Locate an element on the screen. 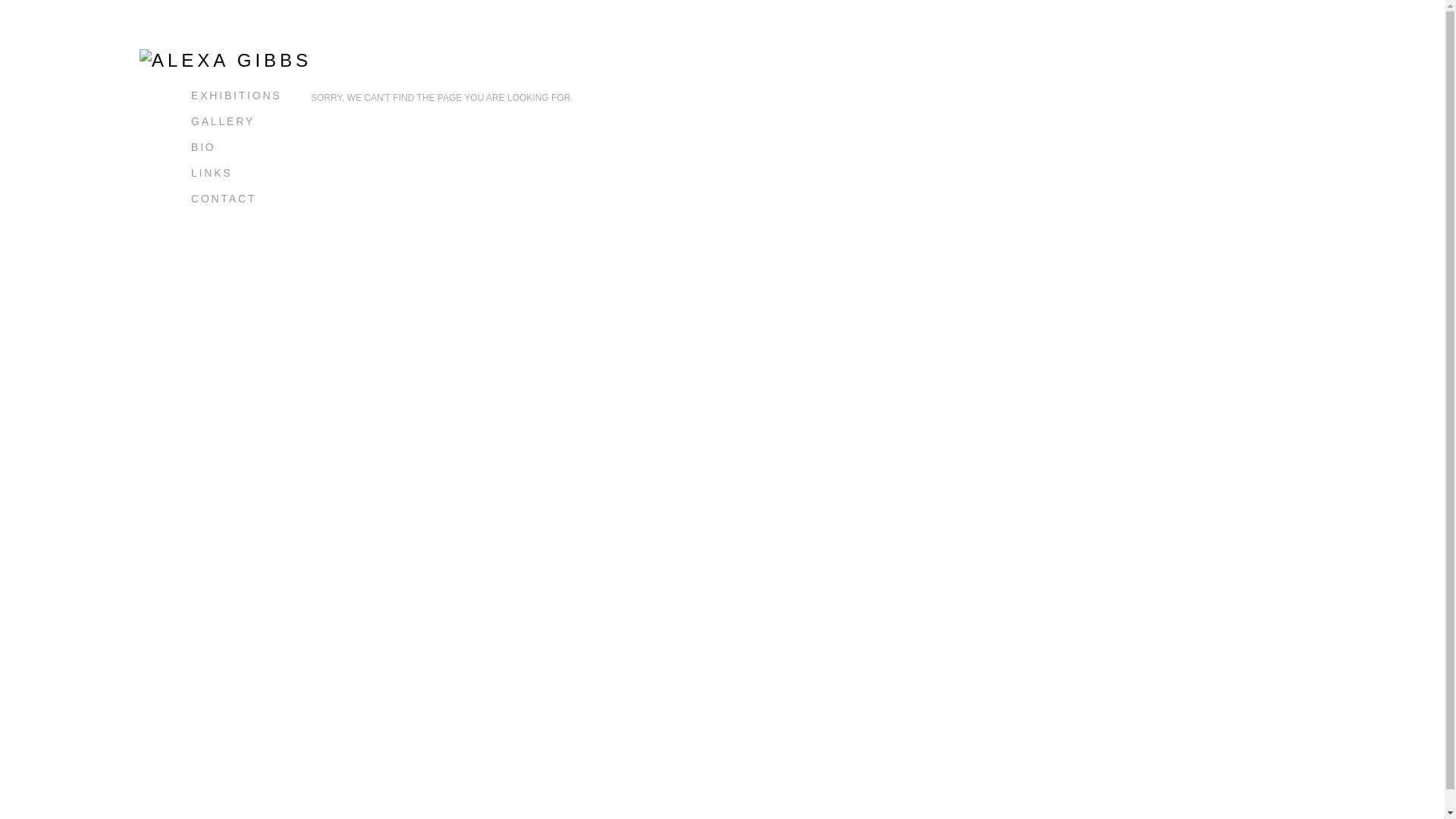 The image size is (1456, 819). 'CONTACT' is located at coordinates (222, 198).